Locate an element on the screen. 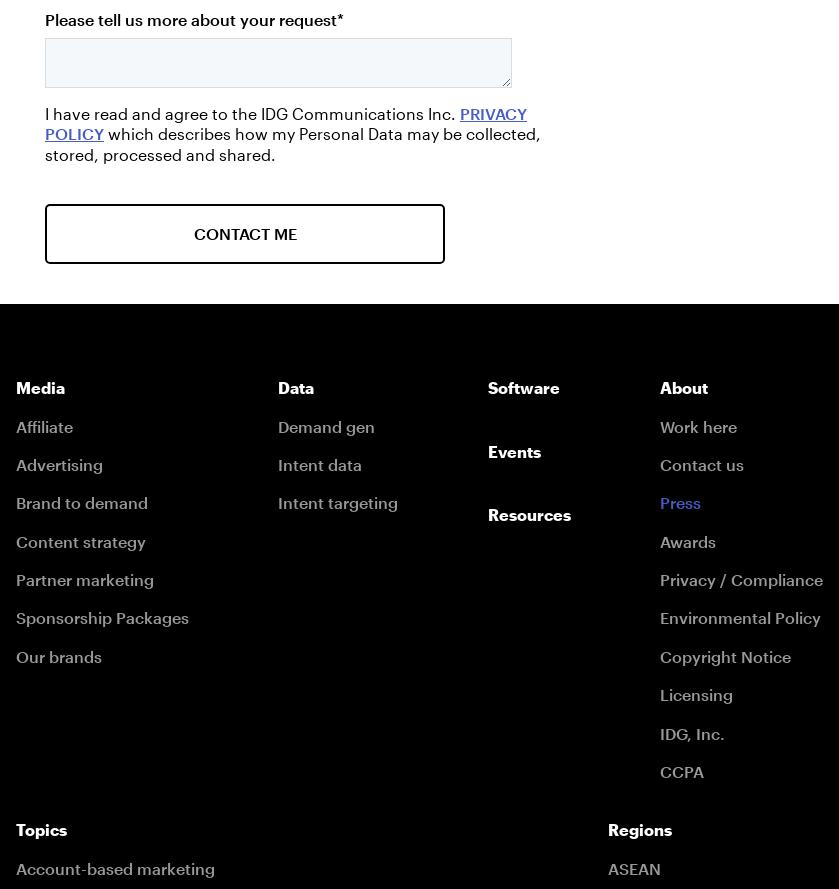 This screenshot has height=889, width=839. 'Partner marketing' is located at coordinates (84, 578).